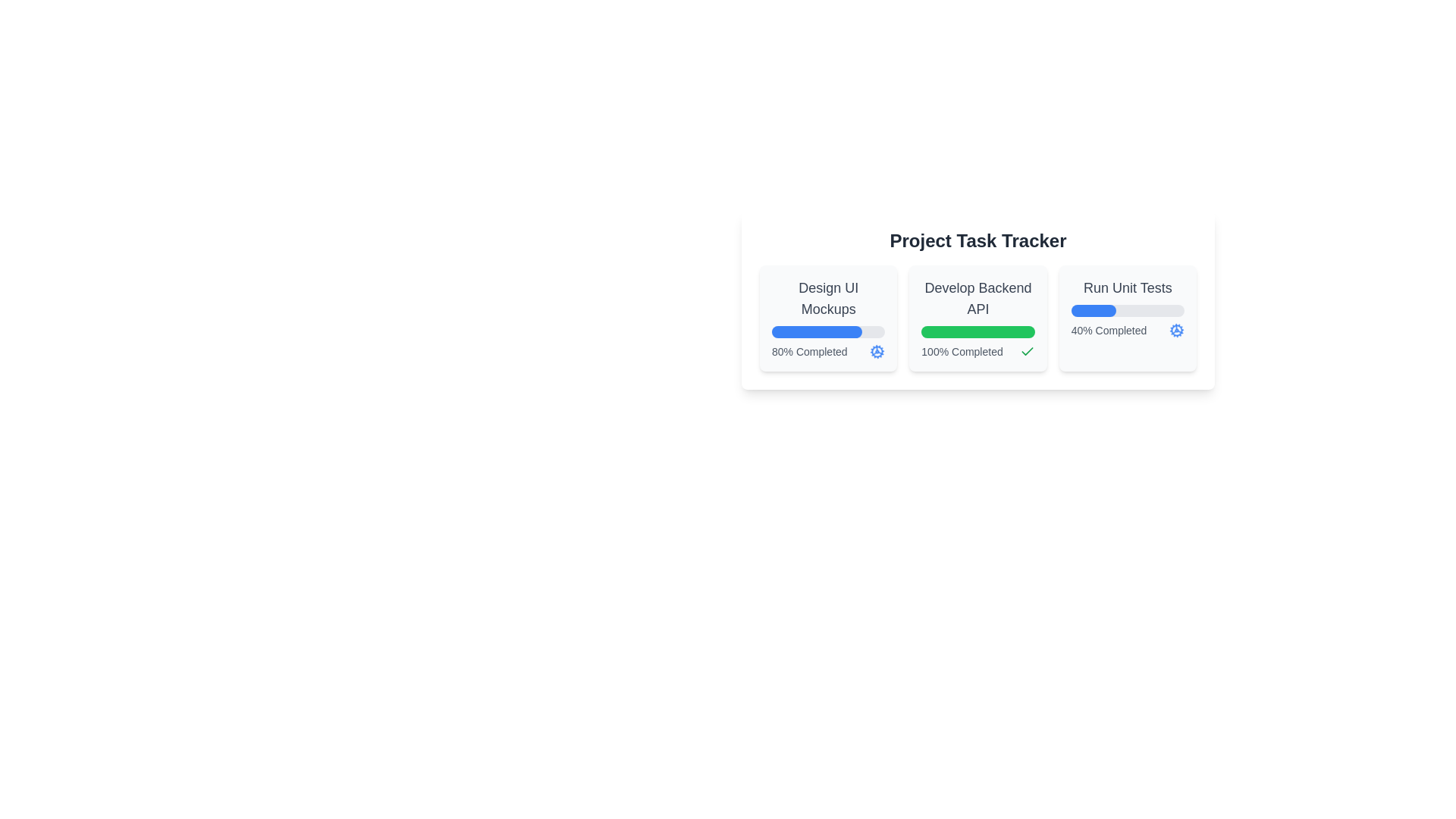 Image resolution: width=1456 pixels, height=819 pixels. What do you see at coordinates (977, 318) in the screenshot?
I see `the Task progress indicator for 'Develop Backend API', which shows it has been fully completed, to interact with the surrounding visual elements` at bounding box center [977, 318].